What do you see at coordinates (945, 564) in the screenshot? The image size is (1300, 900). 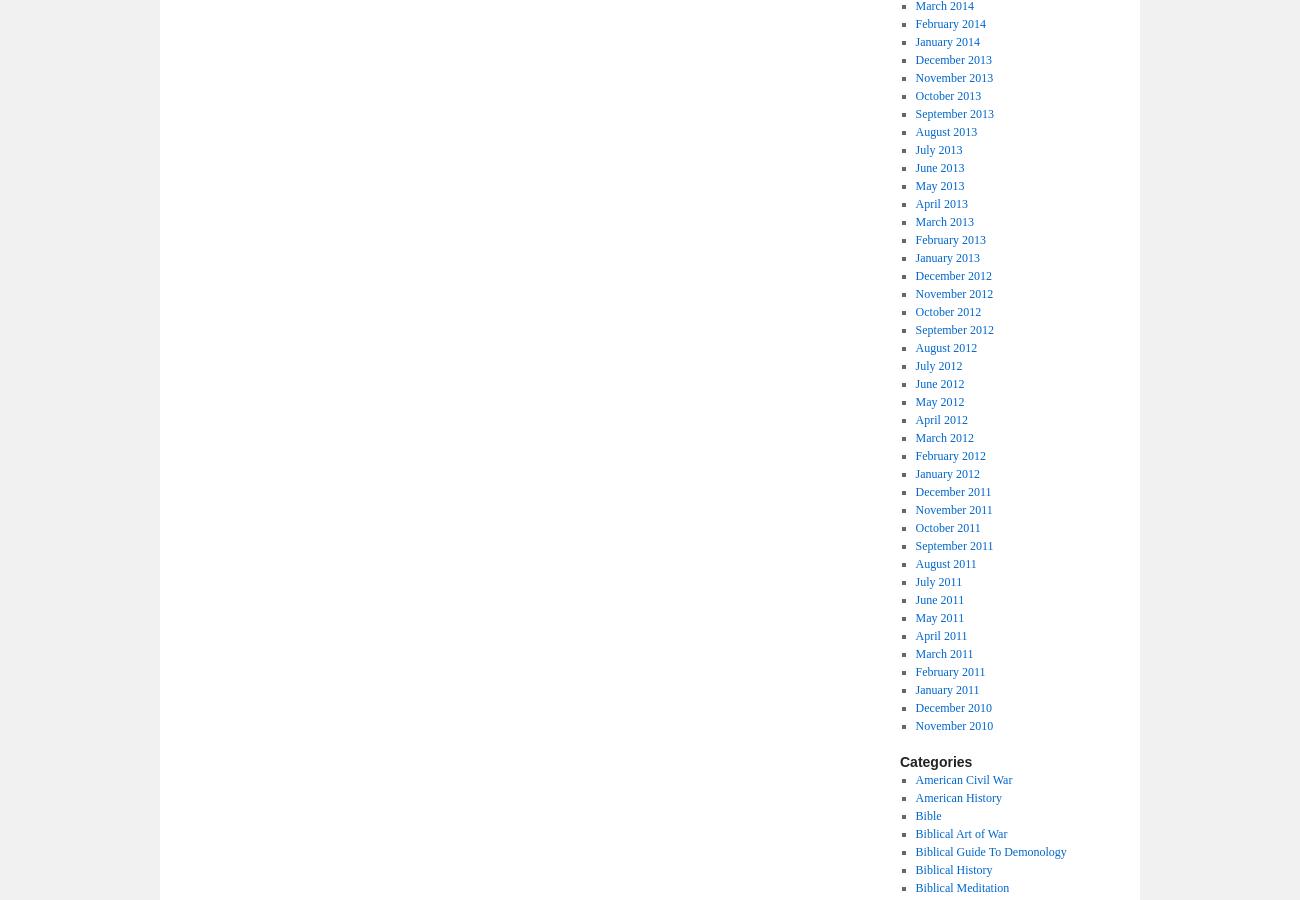 I see `'August 2011'` at bounding box center [945, 564].